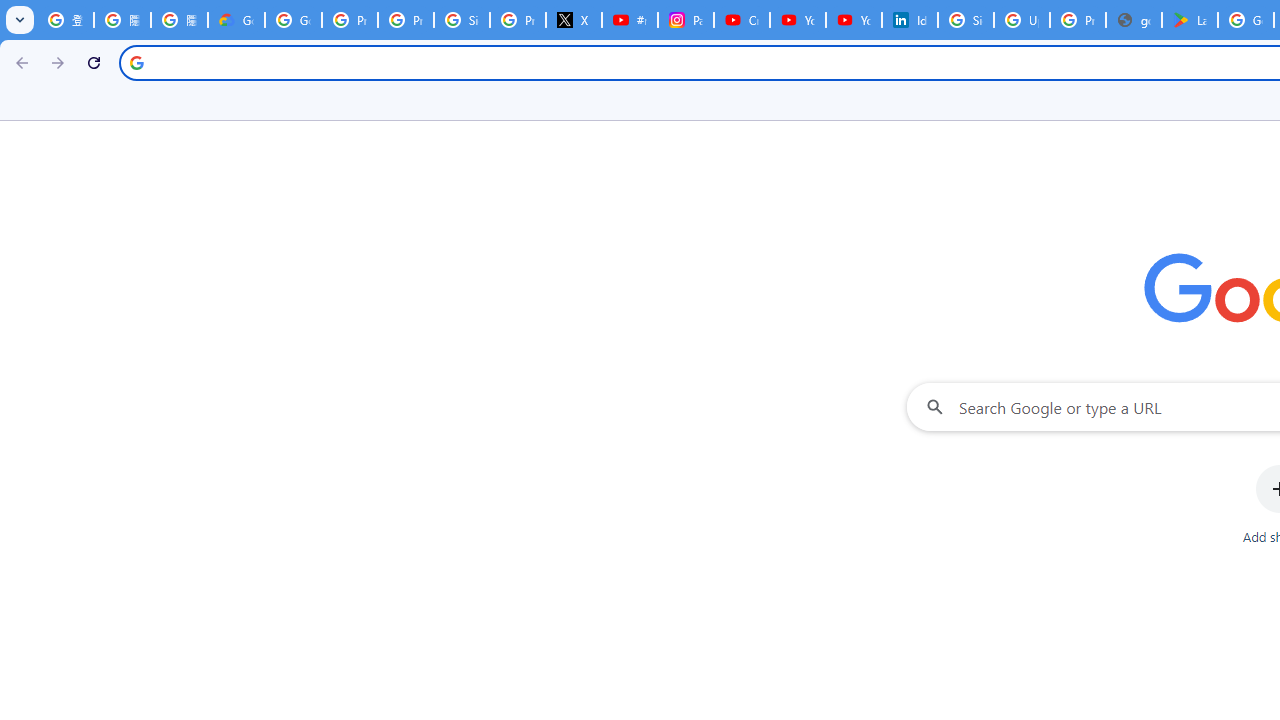  Describe the element at coordinates (966, 20) in the screenshot. I see `'Sign in - Google Accounts'` at that location.